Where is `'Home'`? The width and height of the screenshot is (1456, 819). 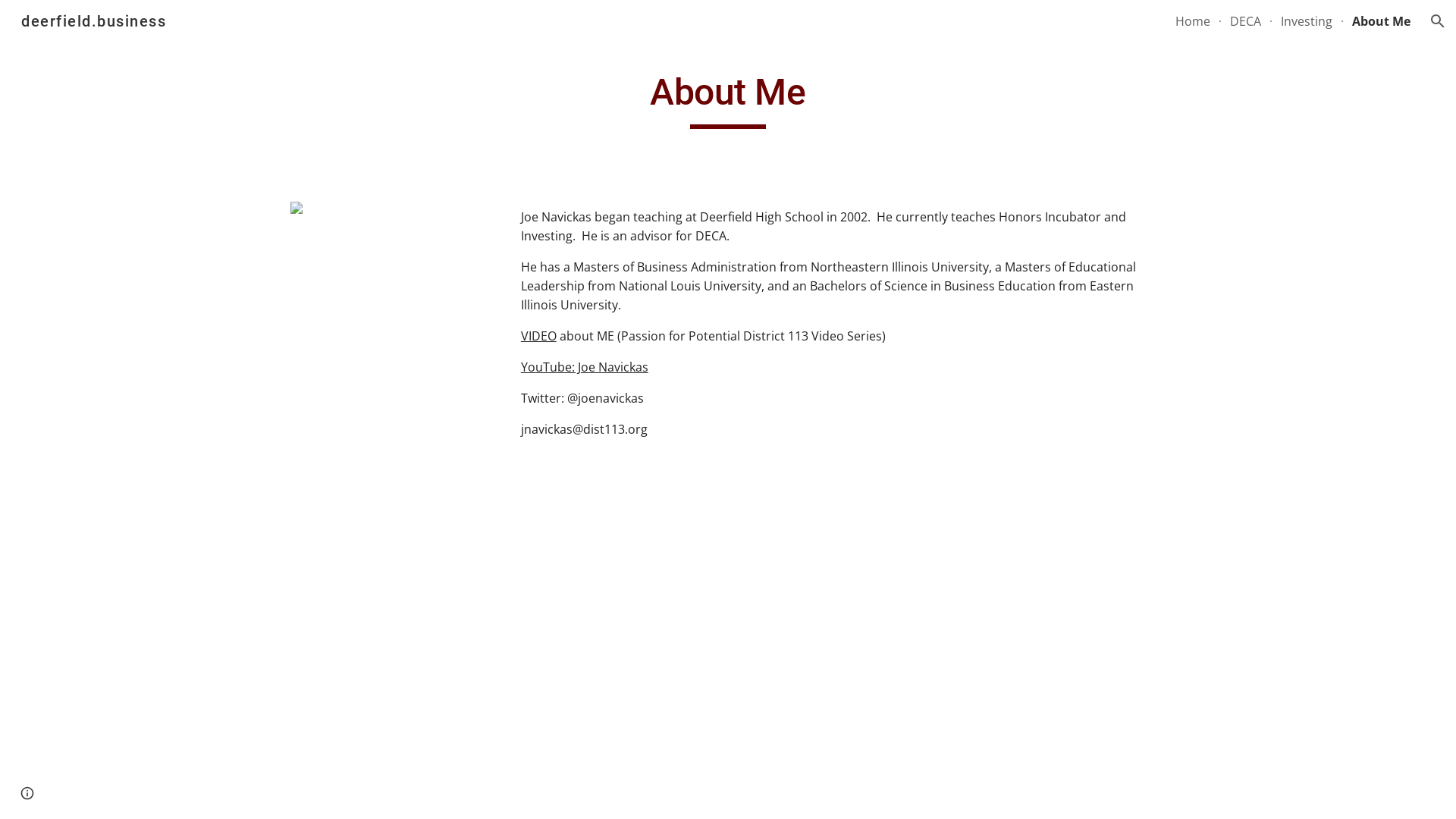 'Home' is located at coordinates (1192, 20).